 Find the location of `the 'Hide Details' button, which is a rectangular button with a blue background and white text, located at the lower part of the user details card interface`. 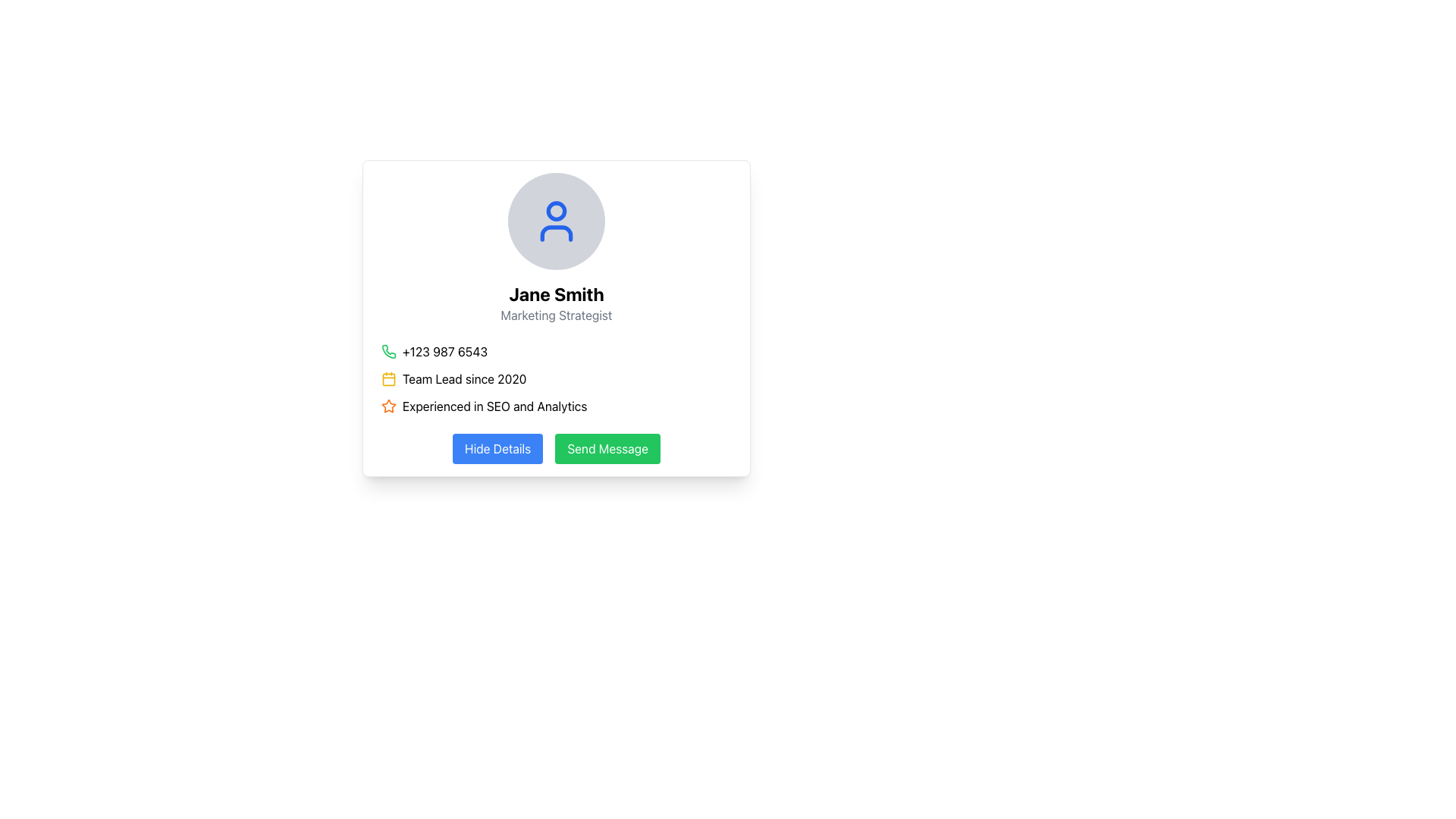

the 'Hide Details' button, which is a rectangular button with a blue background and white text, located at the lower part of the user details card interface is located at coordinates (497, 447).